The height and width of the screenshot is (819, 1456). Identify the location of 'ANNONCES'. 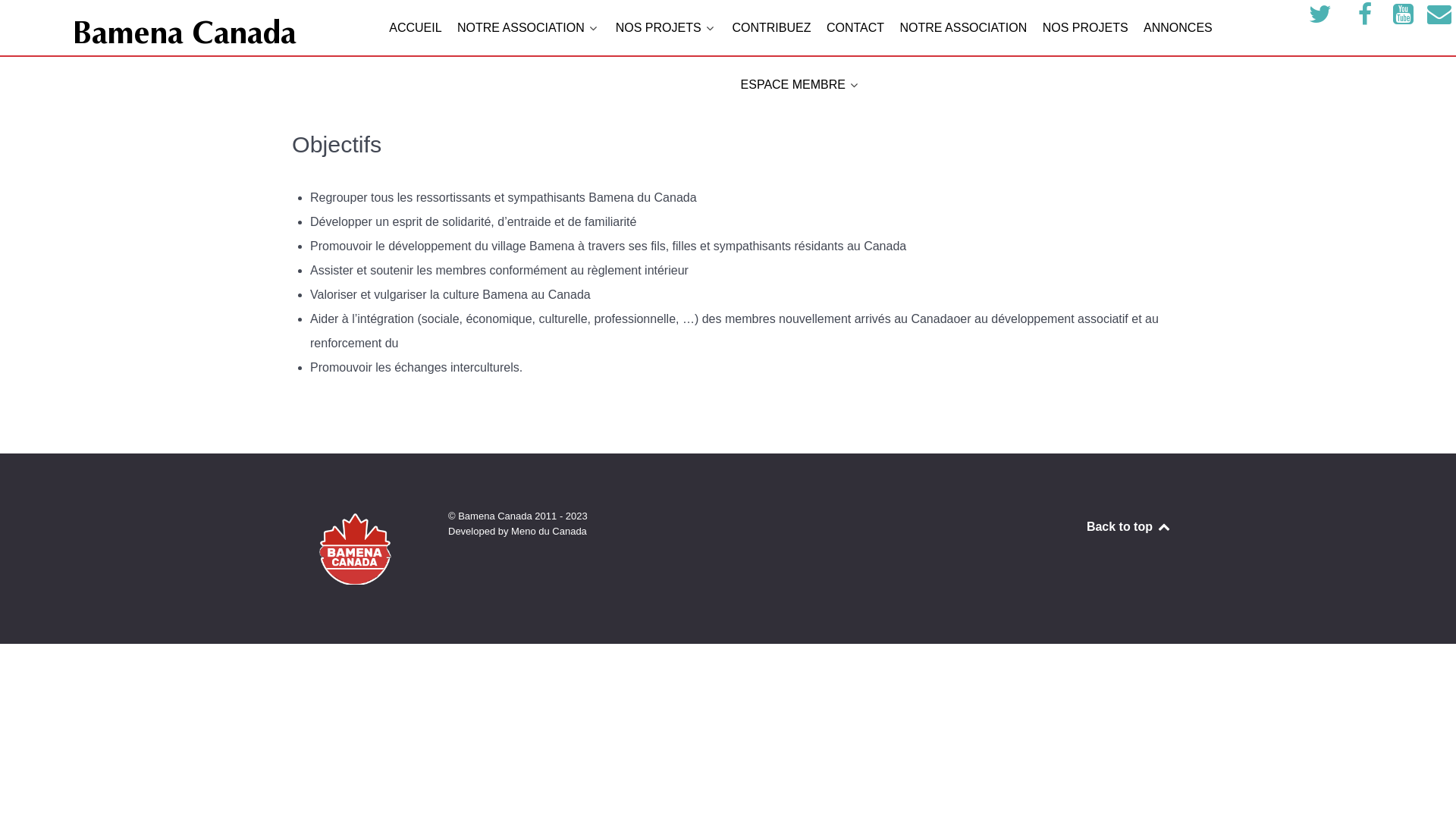
(1177, 29).